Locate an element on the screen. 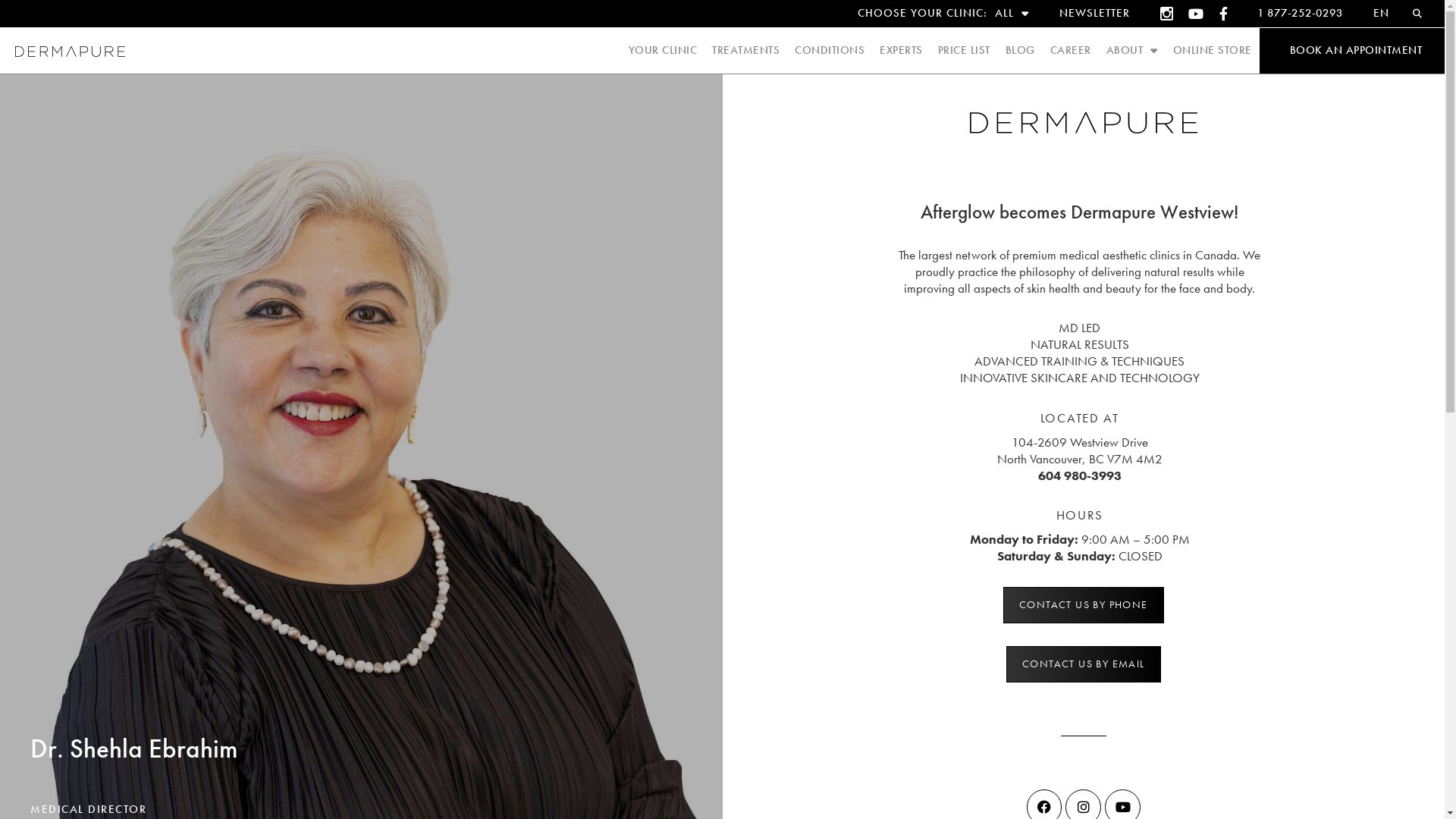 The width and height of the screenshot is (1456, 819). 'TREATMENTS' is located at coordinates (745, 49).